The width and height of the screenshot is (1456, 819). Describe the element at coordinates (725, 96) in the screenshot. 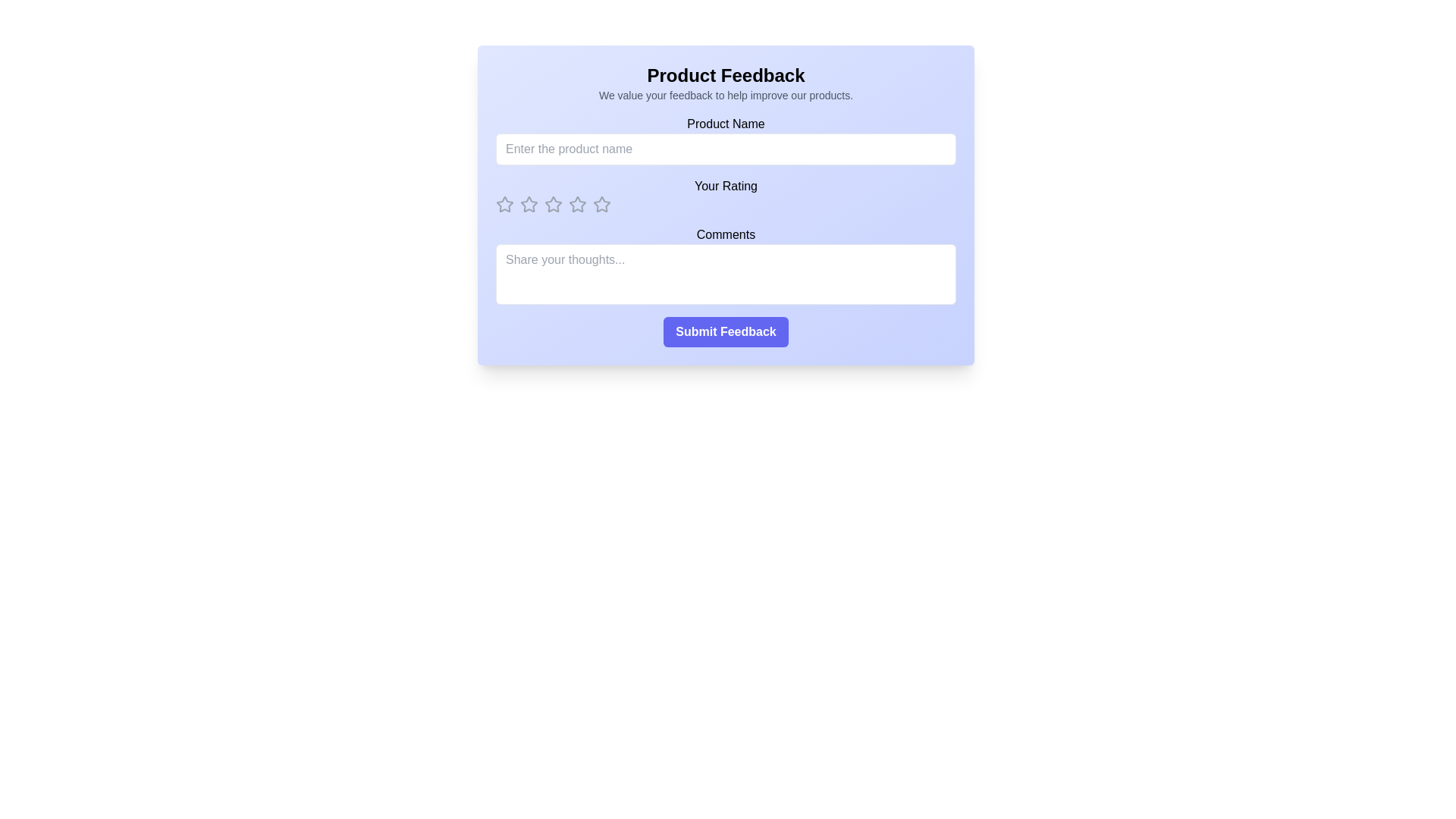

I see `the static text element displaying the message 'We value your feedback to help improve our products.', which is located directly beneath the 'Product Feedback' title` at that location.